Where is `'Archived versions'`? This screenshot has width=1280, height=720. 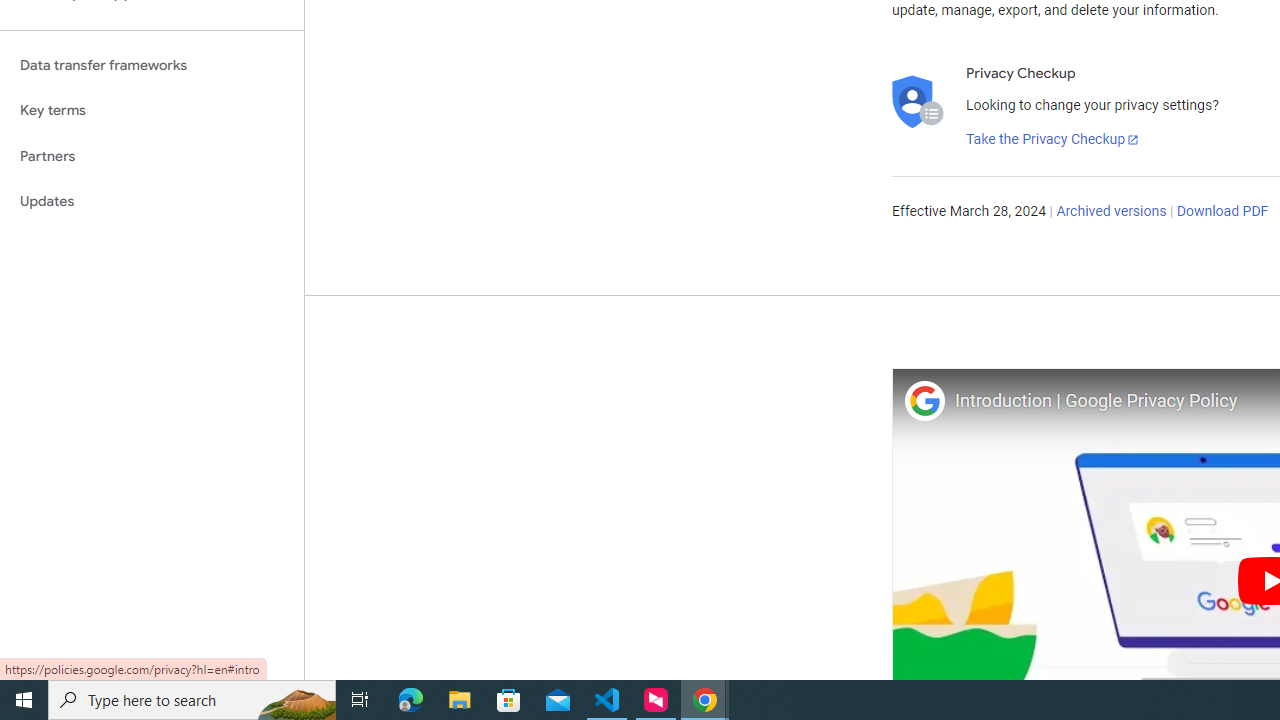
'Archived versions' is located at coordinates (1110, 212).